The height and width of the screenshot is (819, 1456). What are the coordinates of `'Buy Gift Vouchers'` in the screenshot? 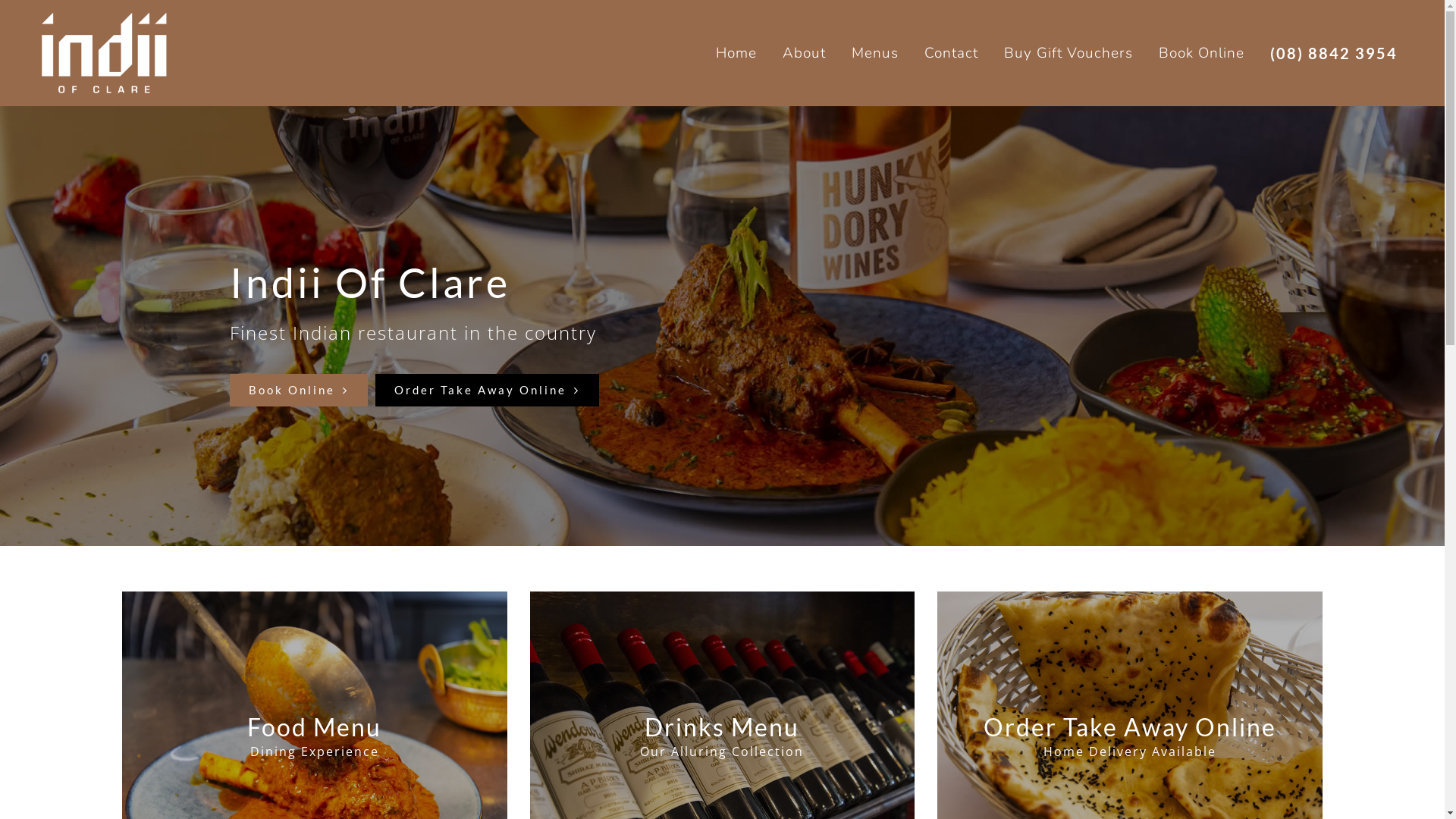 It's located at (990, 52).